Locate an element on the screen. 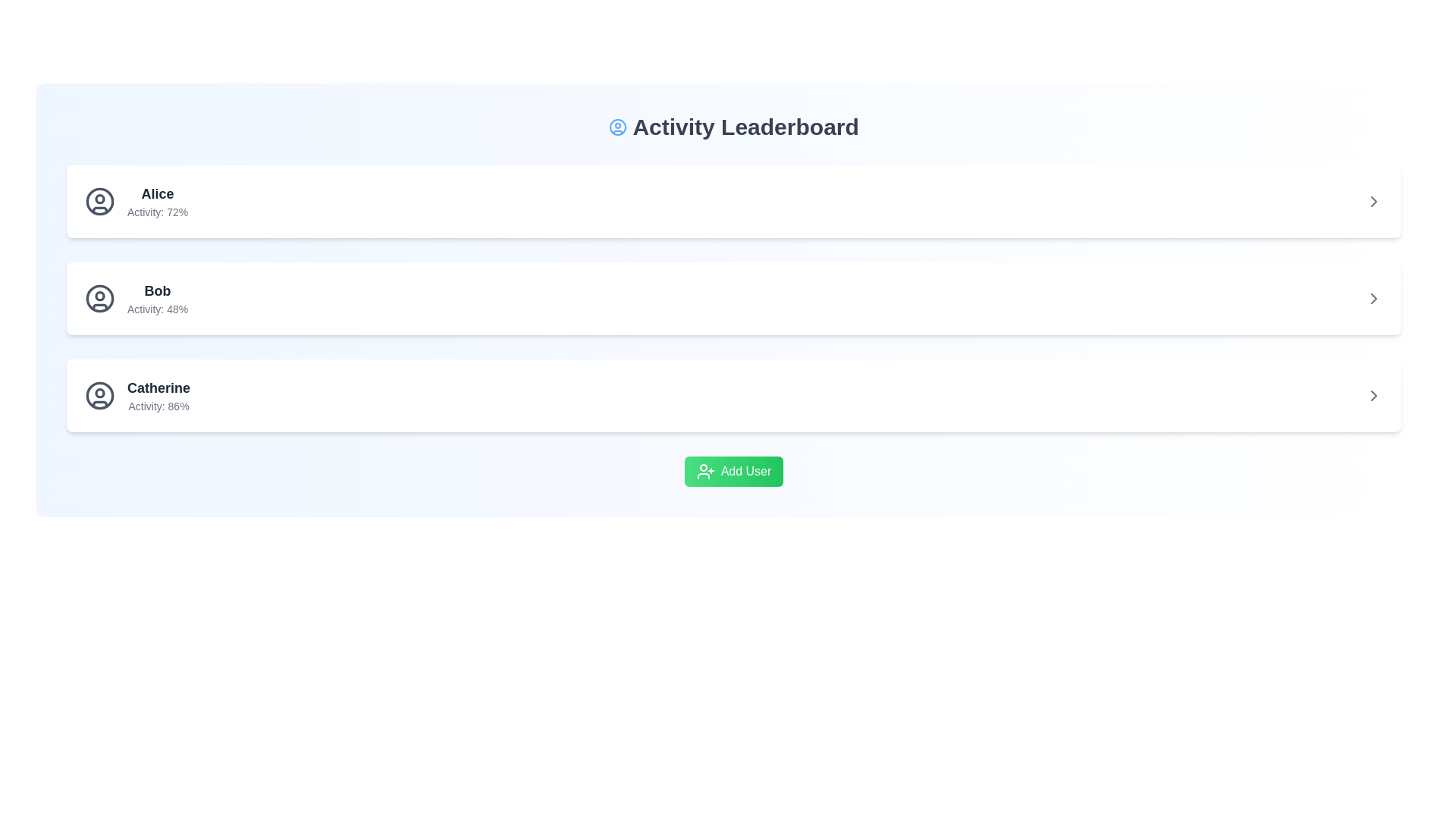 The height and width of the screenshot is (819, 1456). the profile card that displays the user's name and activity percentage, located as the third item in the 'Activity Leaderboard' list is located at coordinates (137, 394).